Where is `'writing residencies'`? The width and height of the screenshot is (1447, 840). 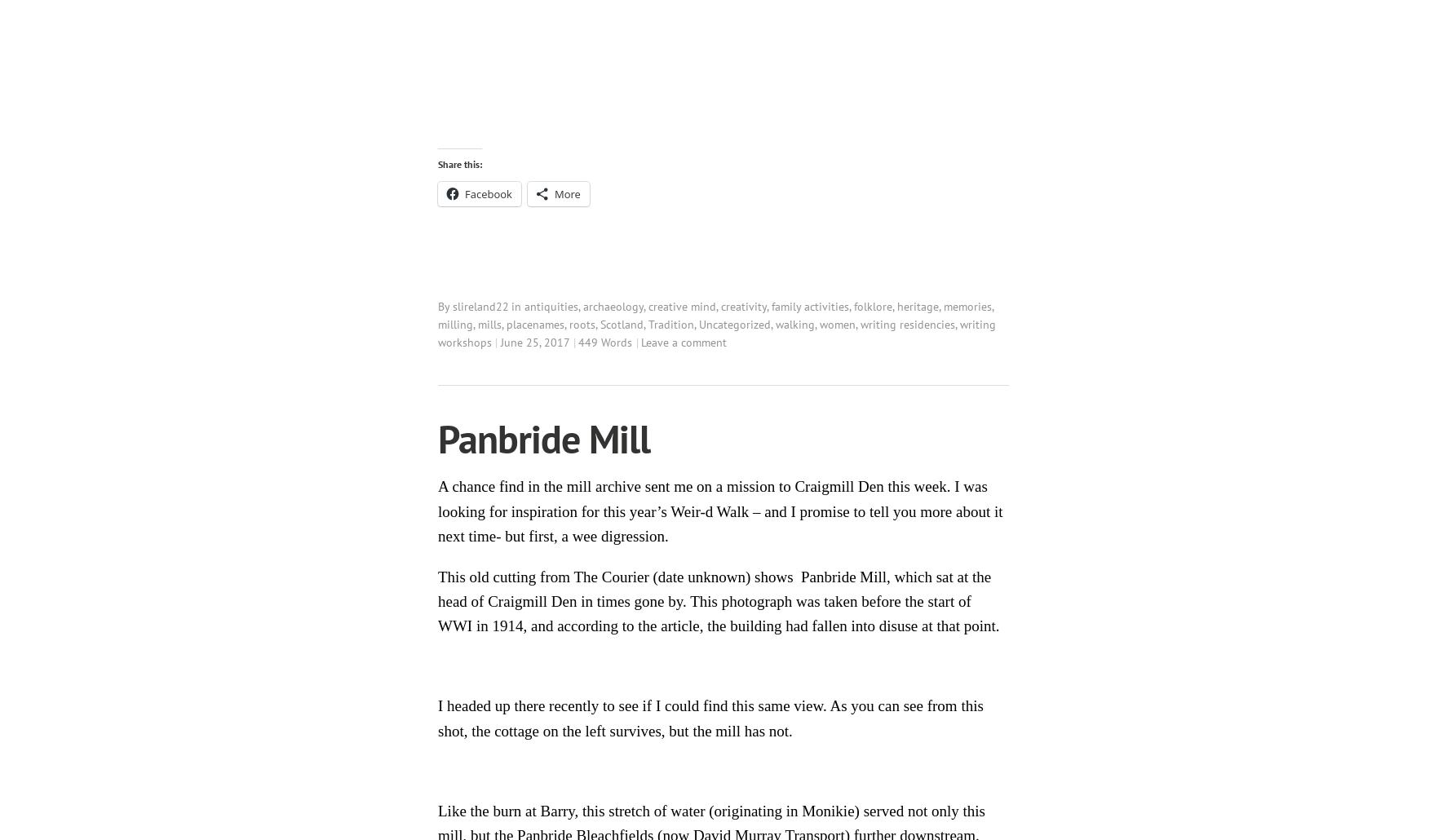
'writing residencies' is located at coordinates (907, 324).